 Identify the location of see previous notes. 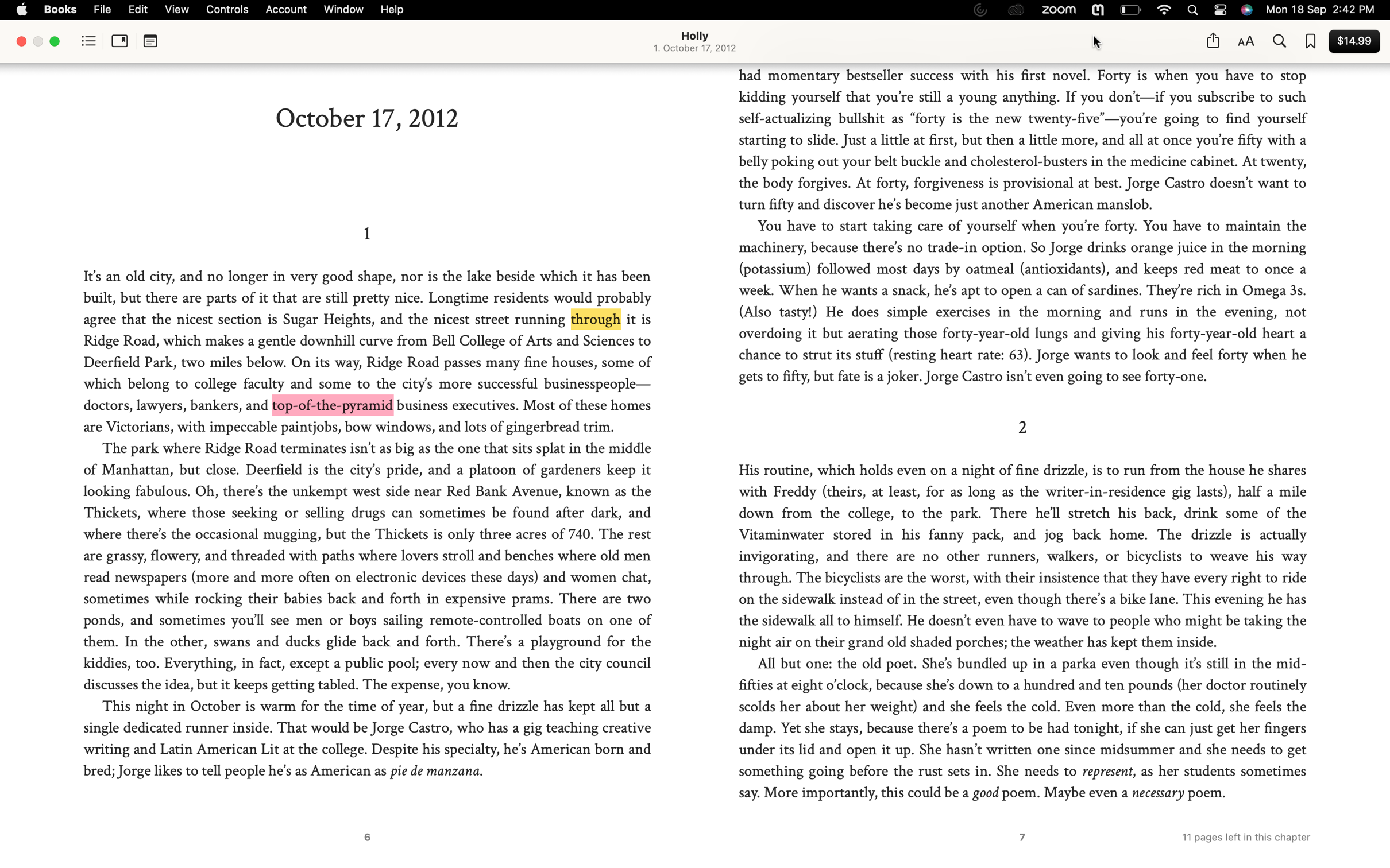
(511520, 85932).